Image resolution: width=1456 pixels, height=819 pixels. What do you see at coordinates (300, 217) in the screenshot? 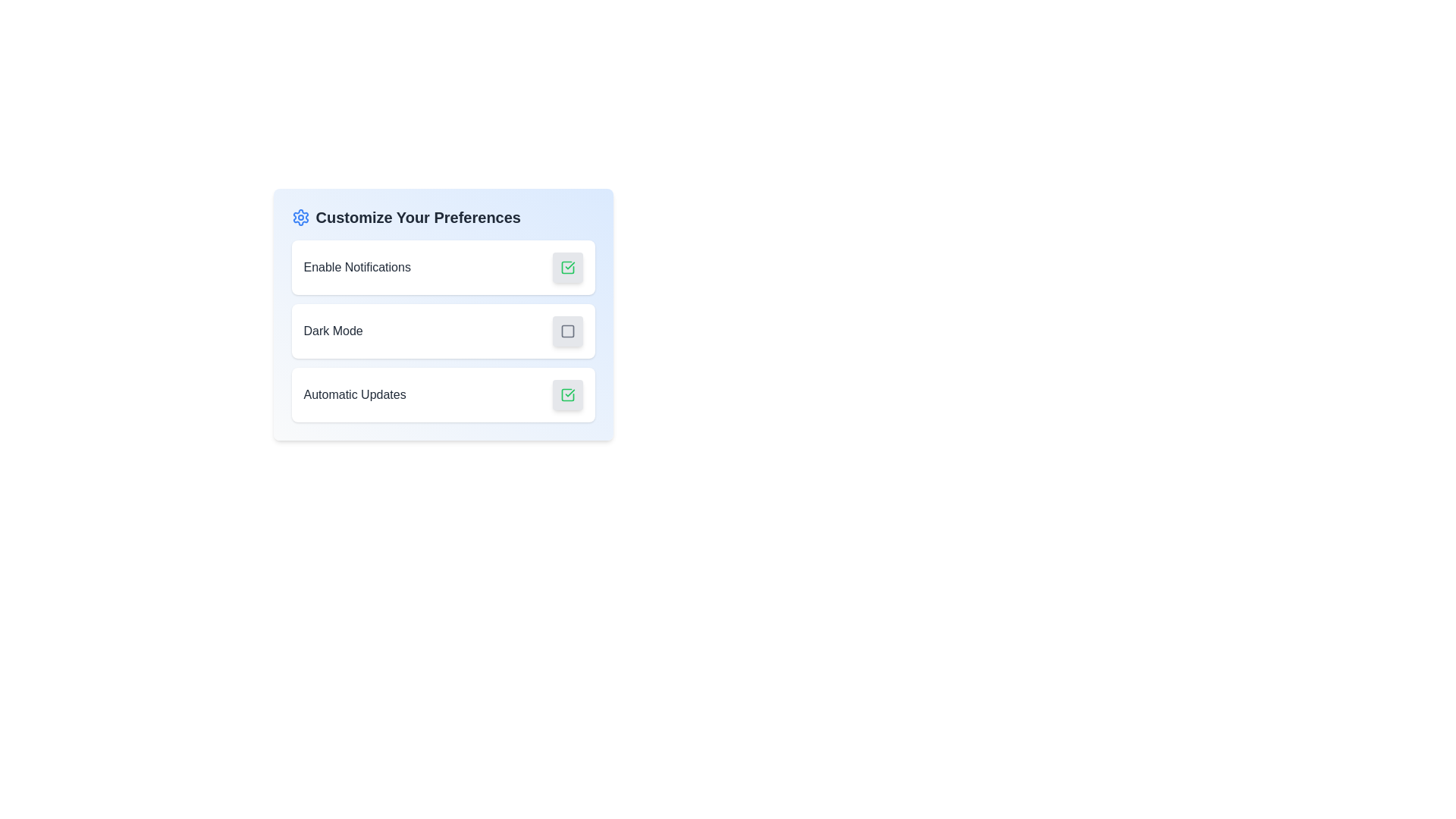
I see `the settings icon located to the left of the text 'Customize Your Preferences' in the top section of the settings panel` at bounding box center [300, 217].